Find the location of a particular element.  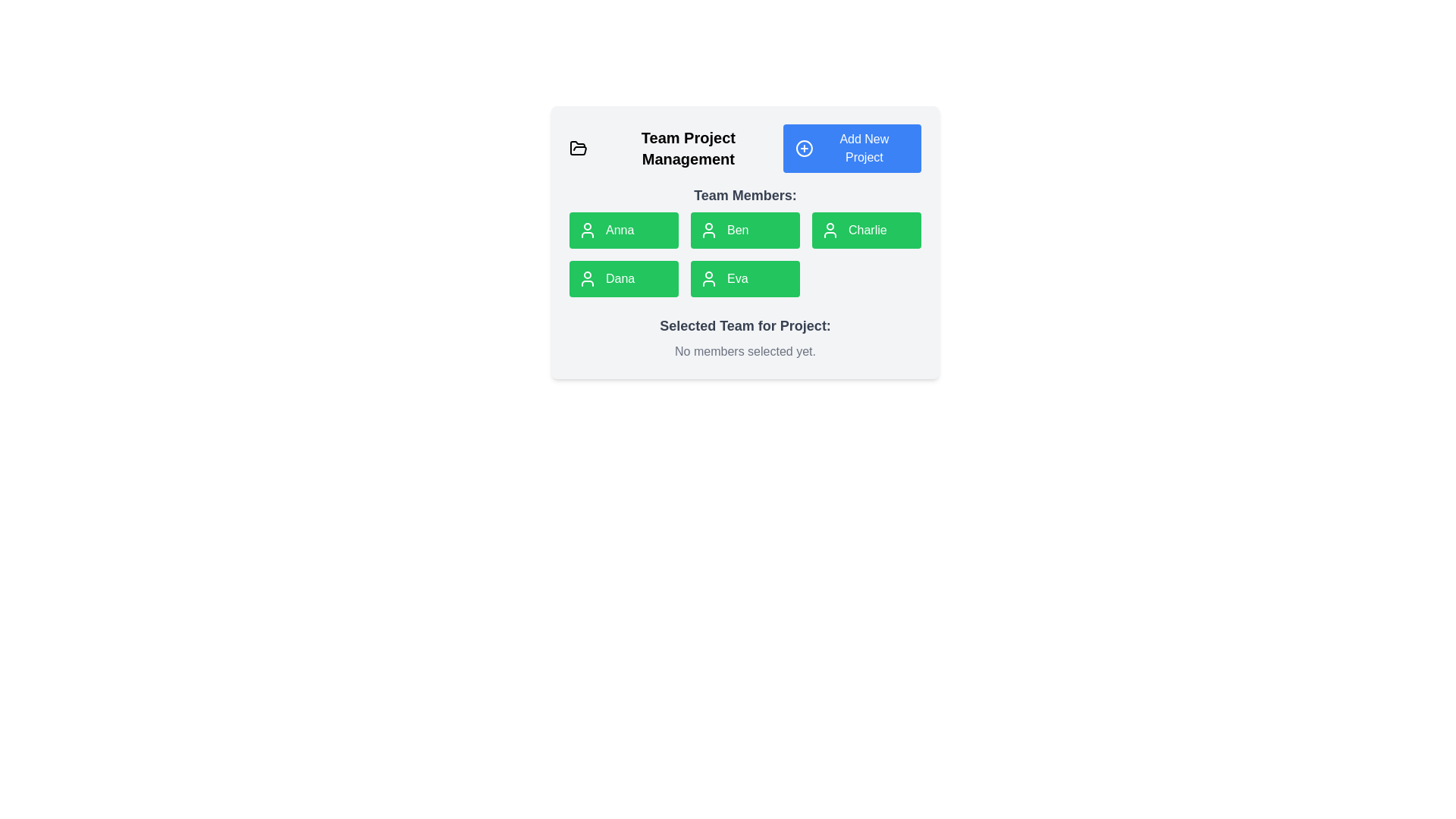

the bold text label reading 'Team Members:' which is prominently positioned above the grid of team member buttons is located at coordinates (745, 195).